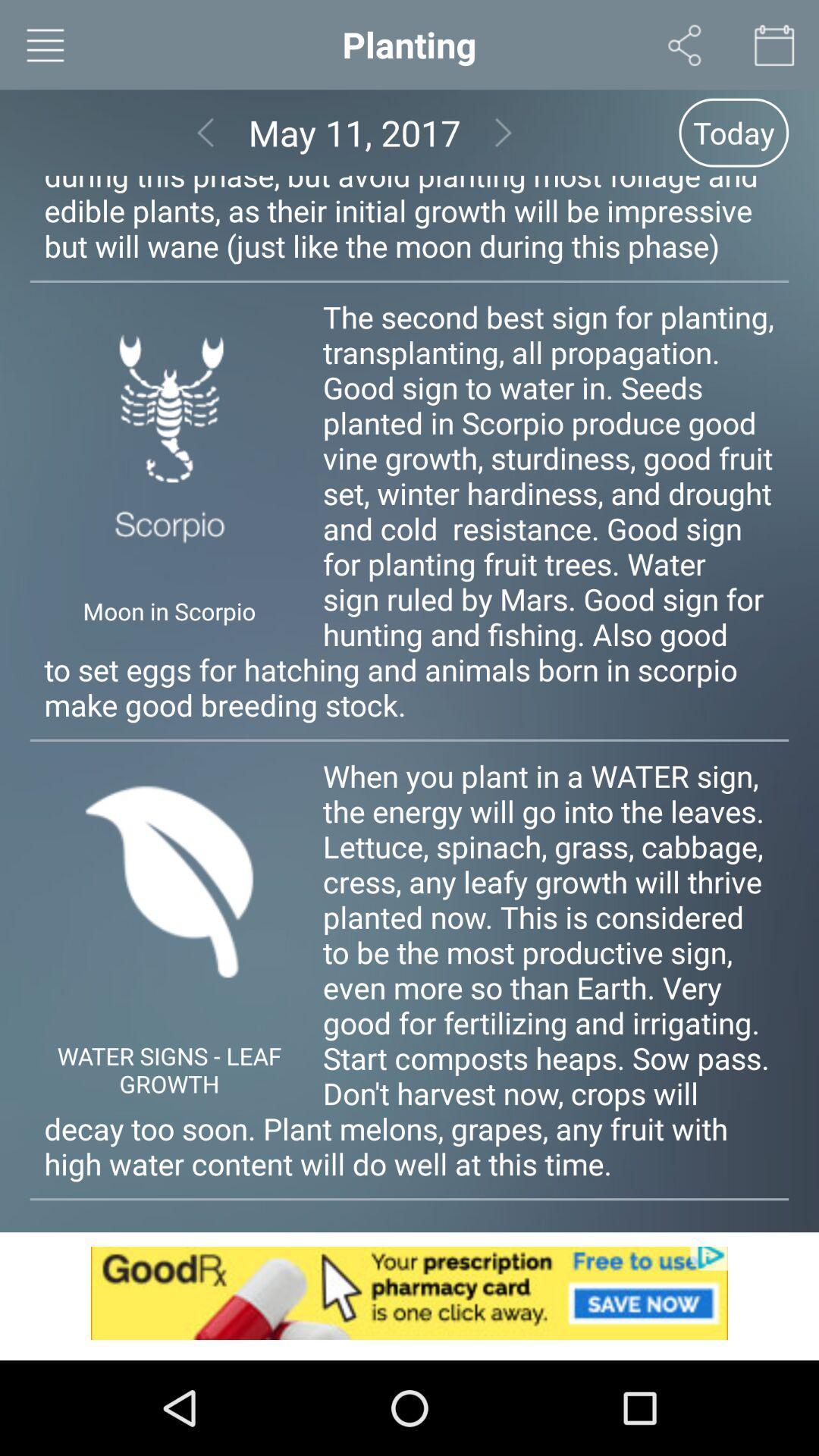 This screenshot has width=819, height=1456. I want to click on the arrow_backward icon, so click(206, 142).